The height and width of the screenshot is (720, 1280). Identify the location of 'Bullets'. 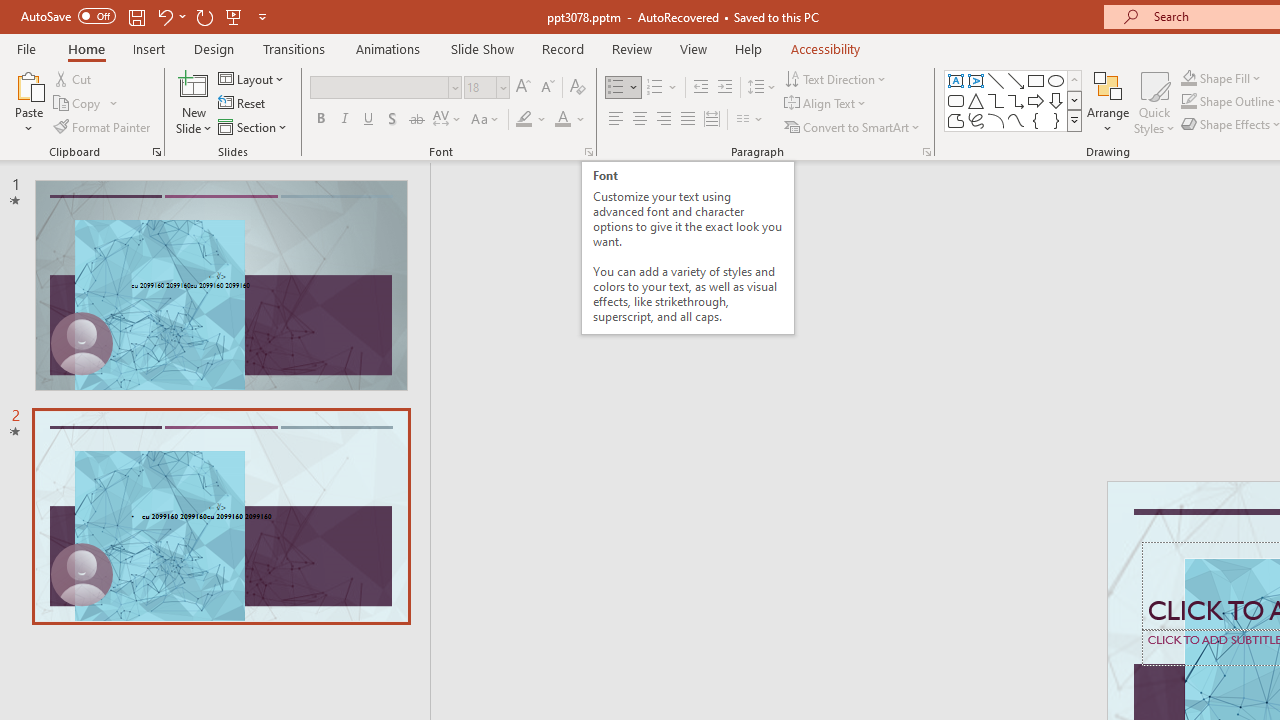
(615, 86).